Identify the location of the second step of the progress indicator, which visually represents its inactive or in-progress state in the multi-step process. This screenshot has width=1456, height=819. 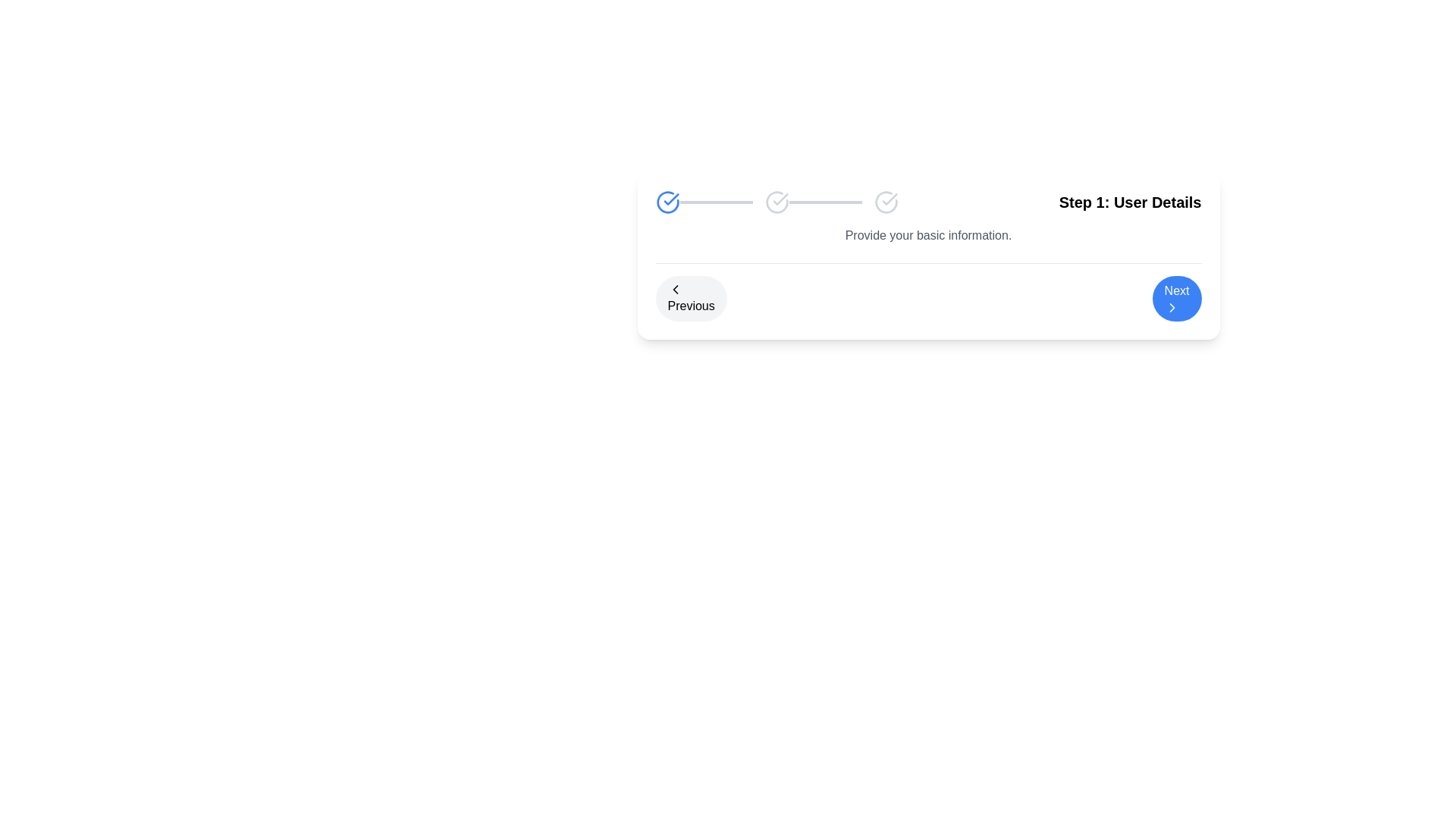
(777, 201).